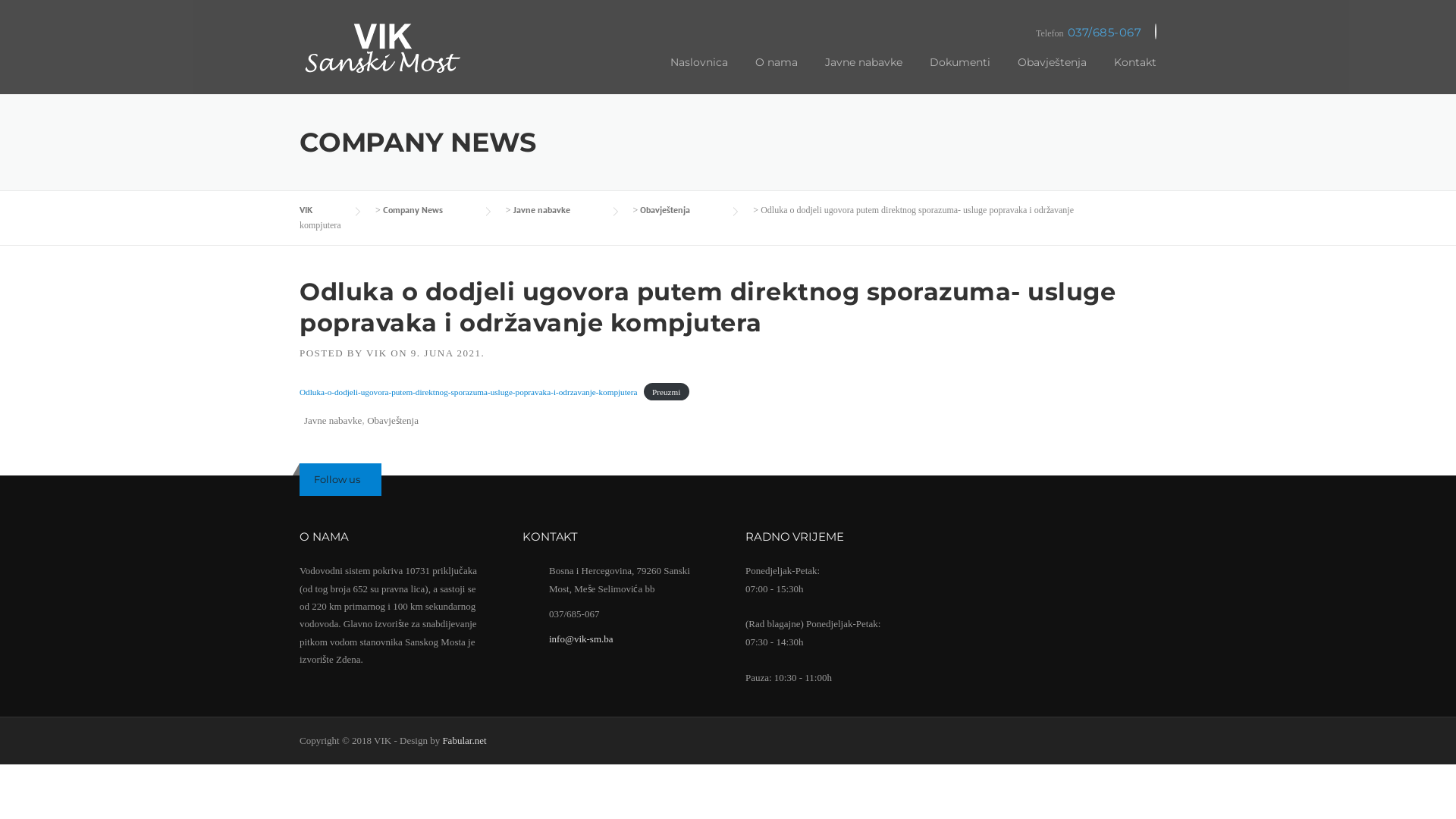  Describe the element at coordinates (447, 353) in the screenshot. I see `'9. JUNA 2021.'` at that location.